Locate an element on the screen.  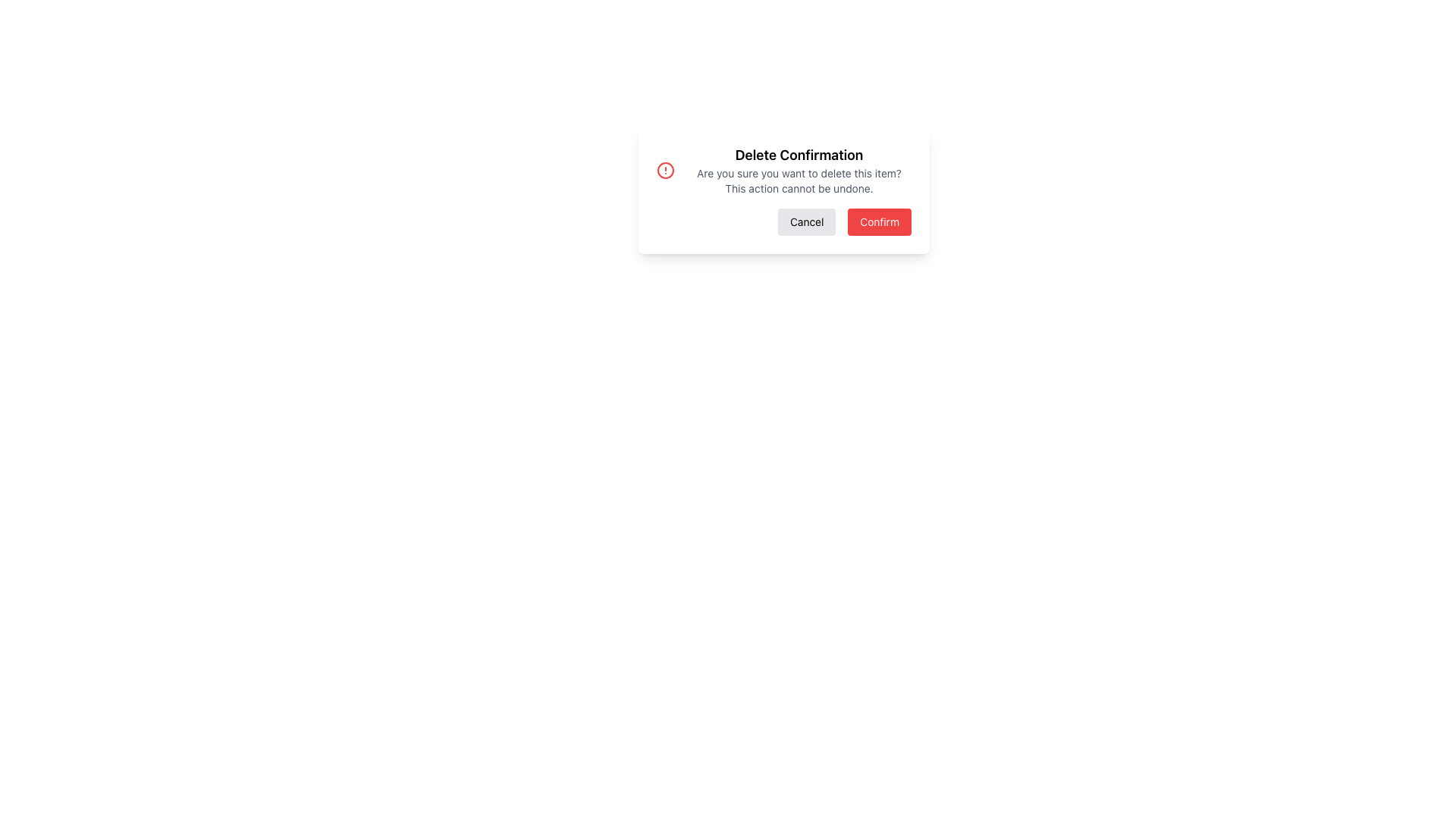
the 'Confirm' button with a red background and white text is located at coordinates (880, 222).